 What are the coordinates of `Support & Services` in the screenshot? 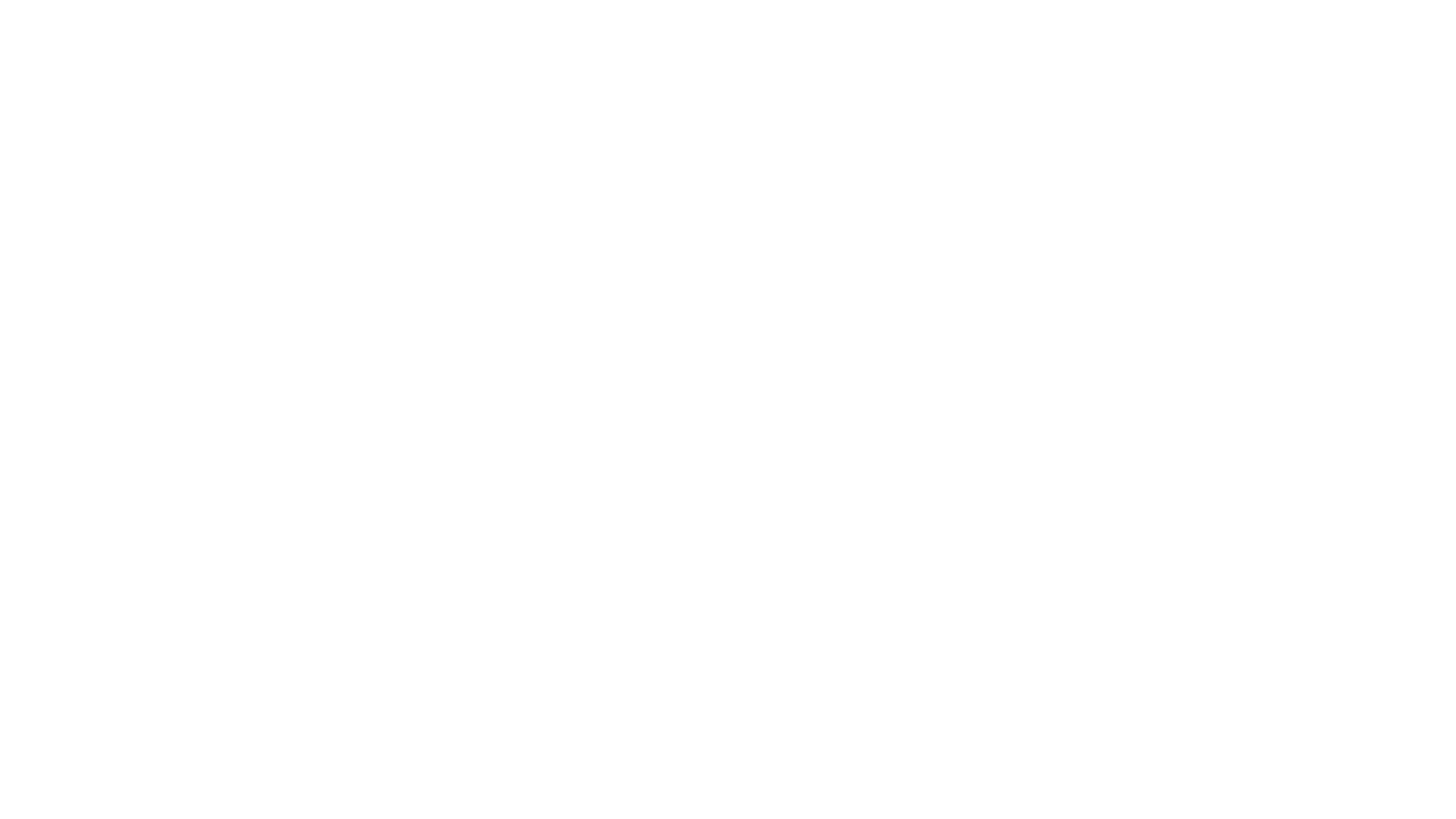 It's located at (486, 20).